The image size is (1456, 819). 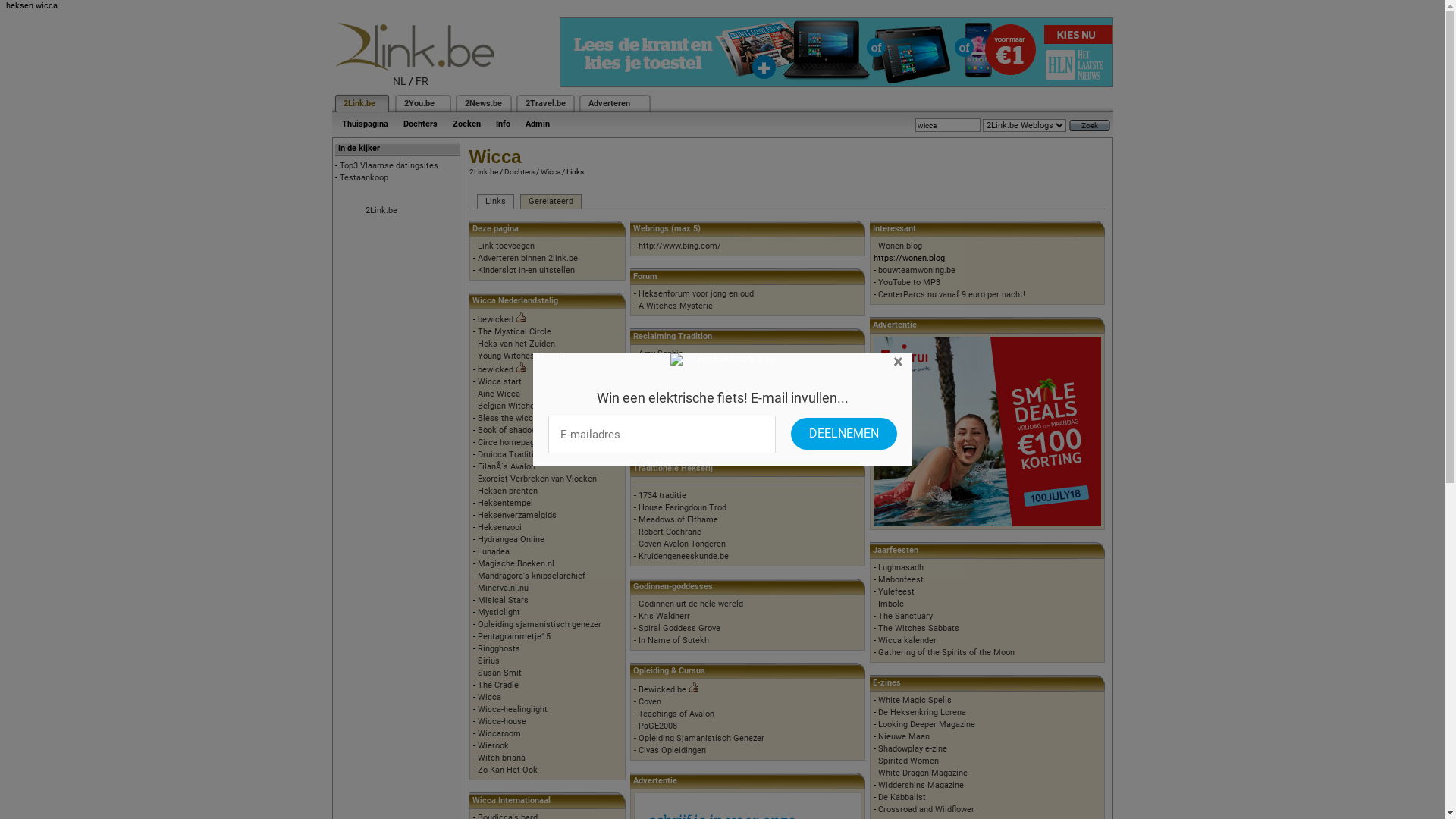 I want to click on 'FR', so click(x=422, y=81).